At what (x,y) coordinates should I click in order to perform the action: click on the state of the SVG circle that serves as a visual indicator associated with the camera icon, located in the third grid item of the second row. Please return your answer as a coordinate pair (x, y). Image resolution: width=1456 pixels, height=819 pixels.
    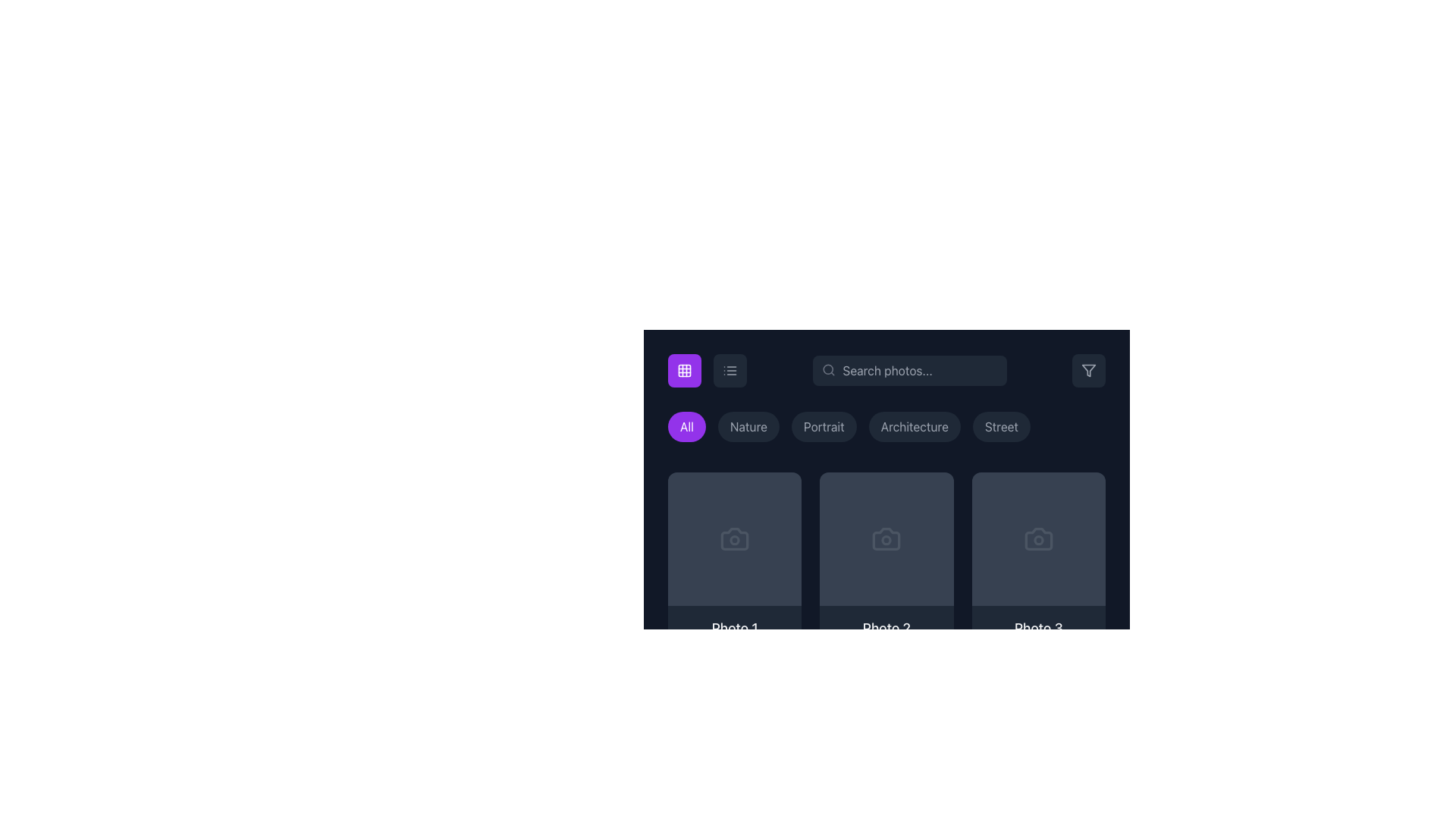
    Looking at the image, I should click on (1037, 539).